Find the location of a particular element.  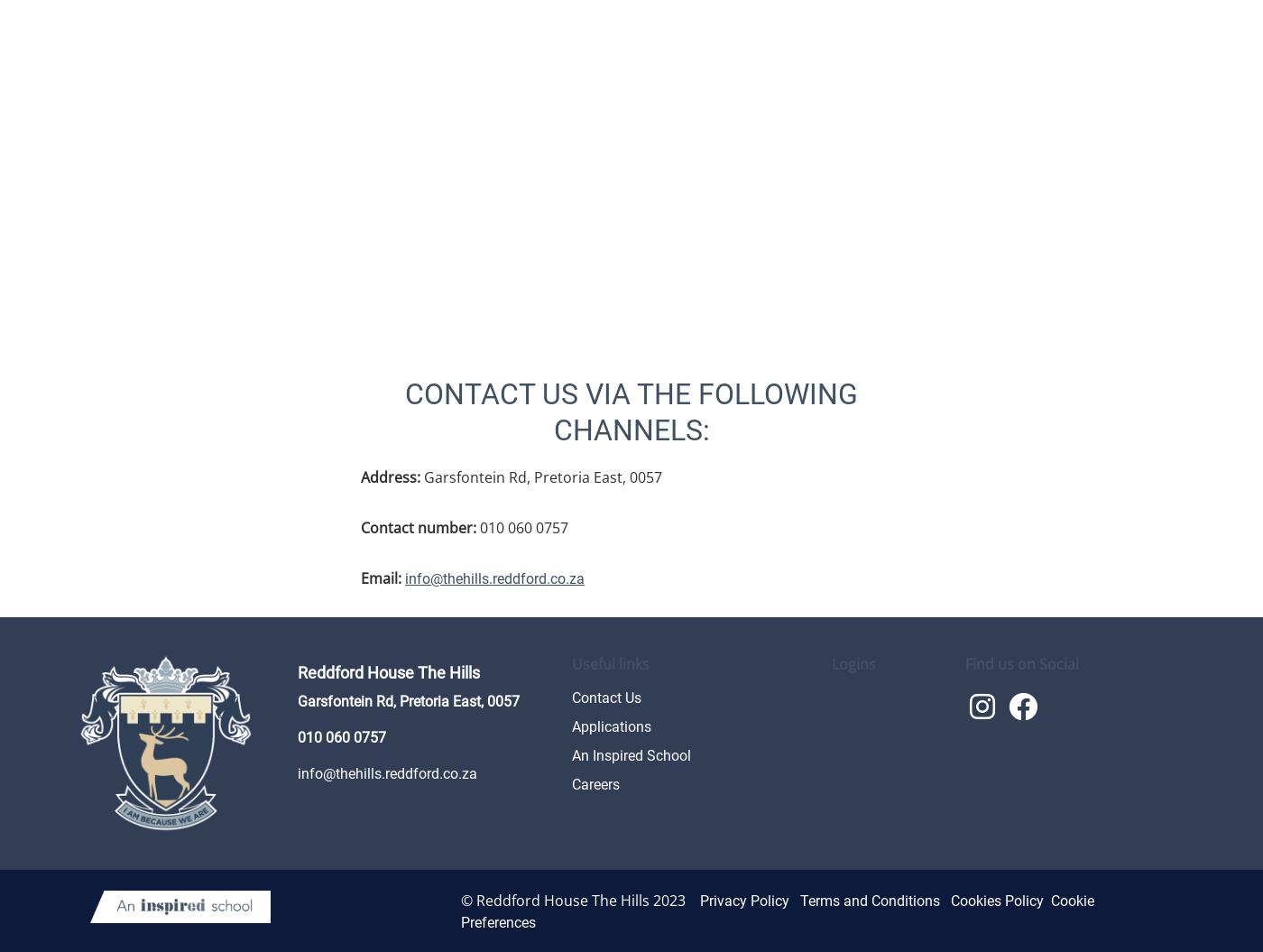

'Email:' is located at coordinates (359, 577).